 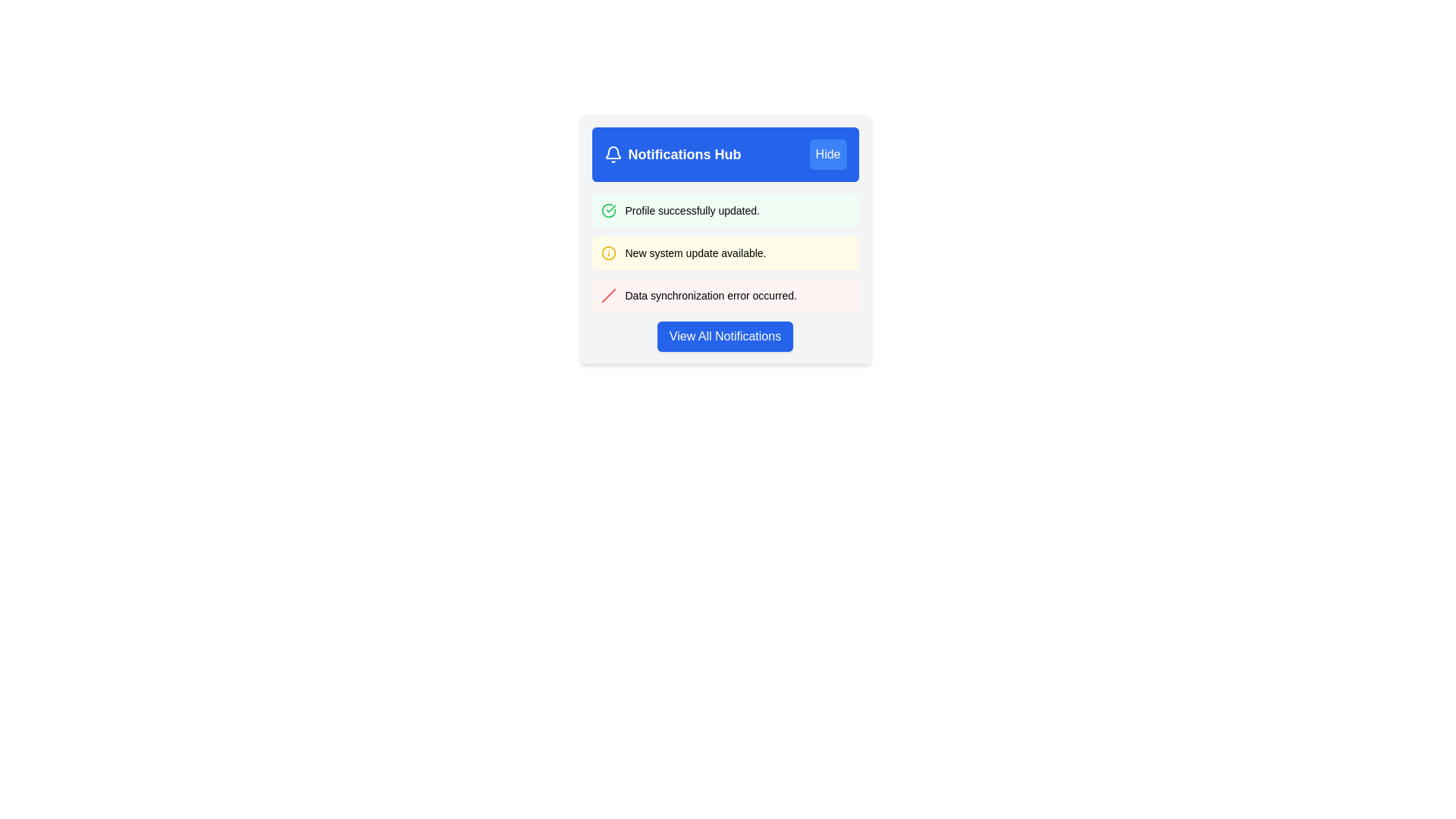 I want to click on the third notification box in the Notifications Hub that indicates a data synchronization issue, situated between a yellow notification and a blue button labeled 'View All Notifications', so click(x=724, y=295).